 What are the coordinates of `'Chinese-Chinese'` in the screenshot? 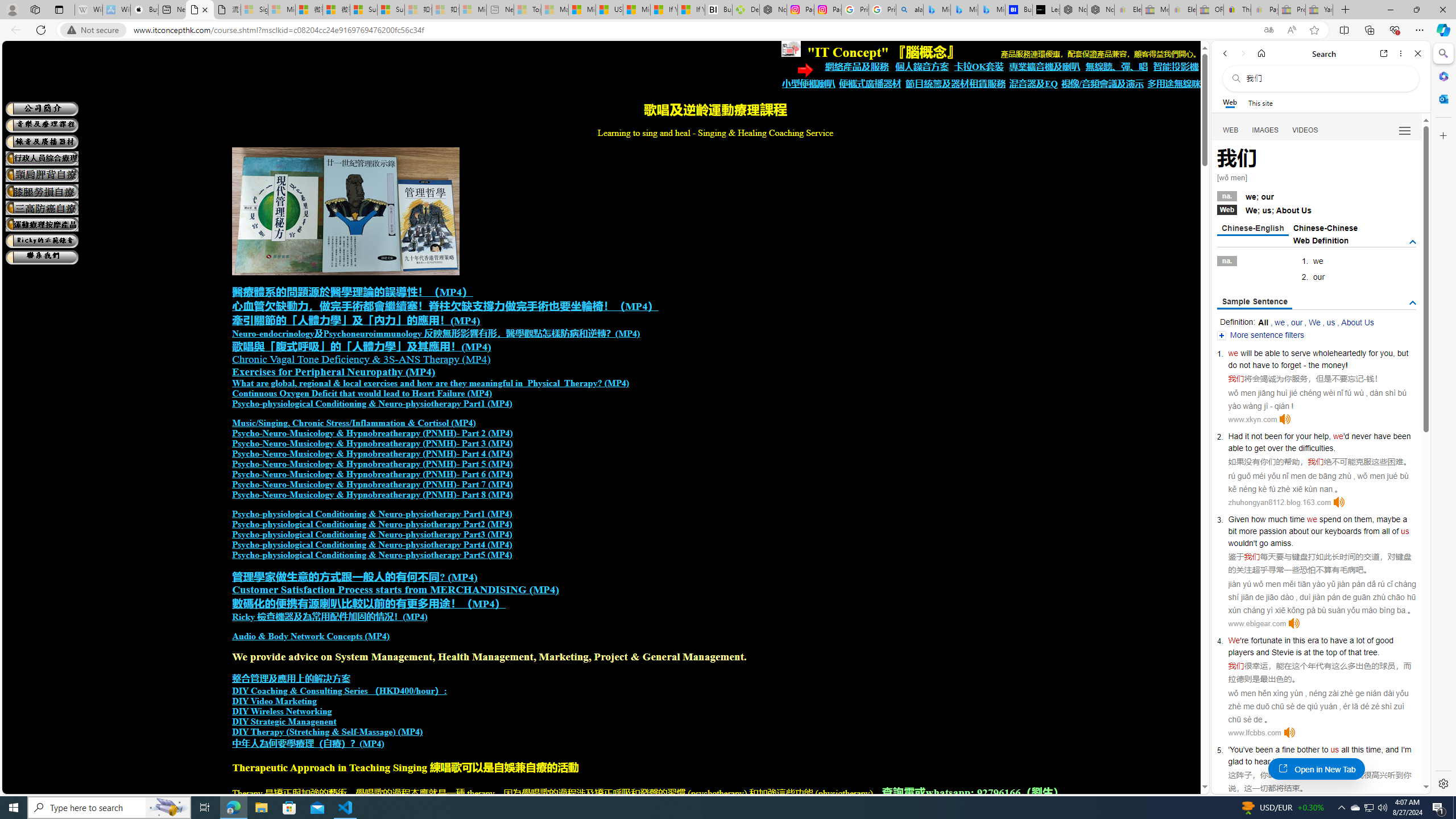 It's located at (1325, 228).